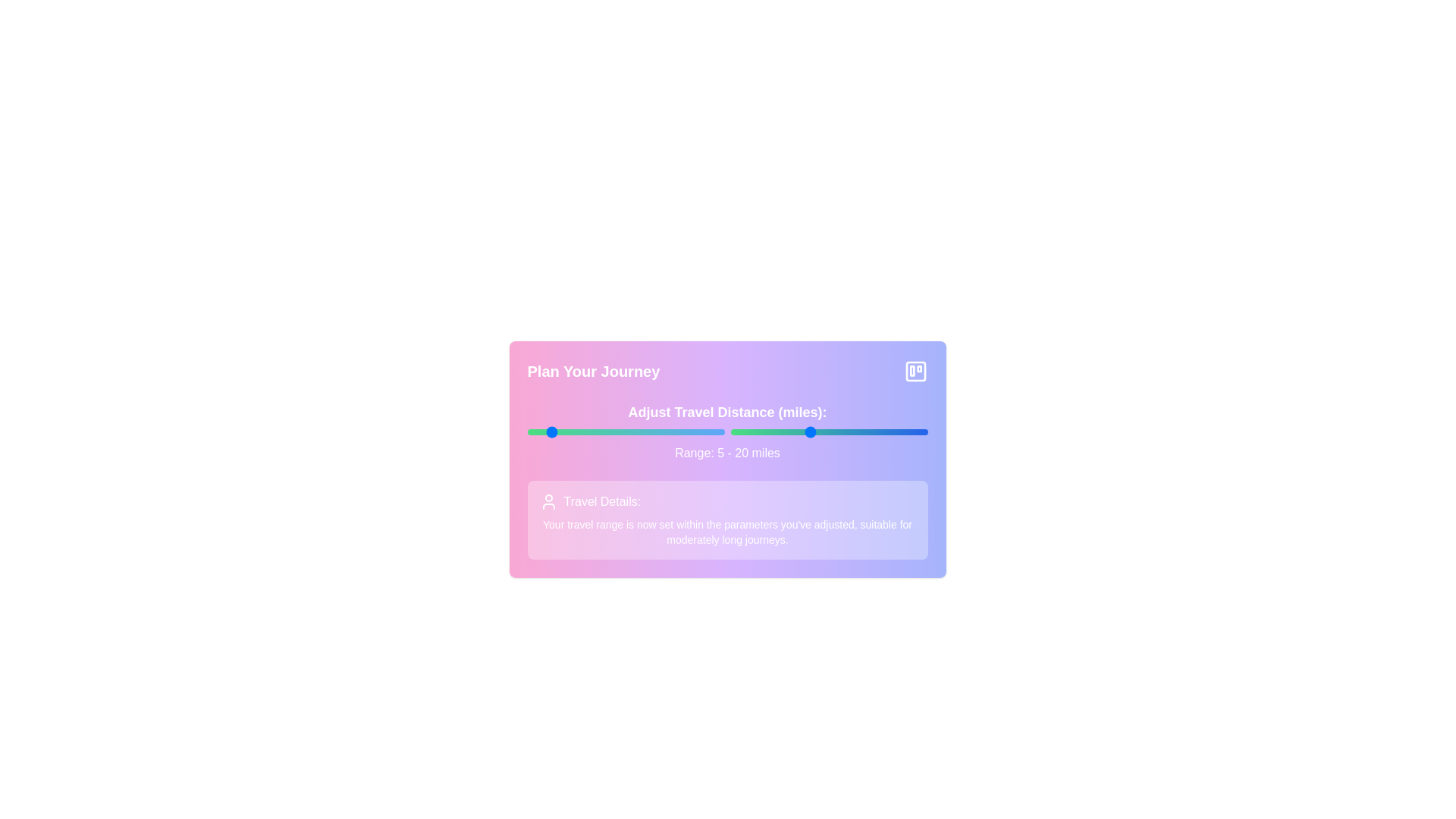 The height and width of the screenshot is (819, 1456). Describe the element at coordinates (812, 432) in the screenshot. I see `the travel distance` at that location.